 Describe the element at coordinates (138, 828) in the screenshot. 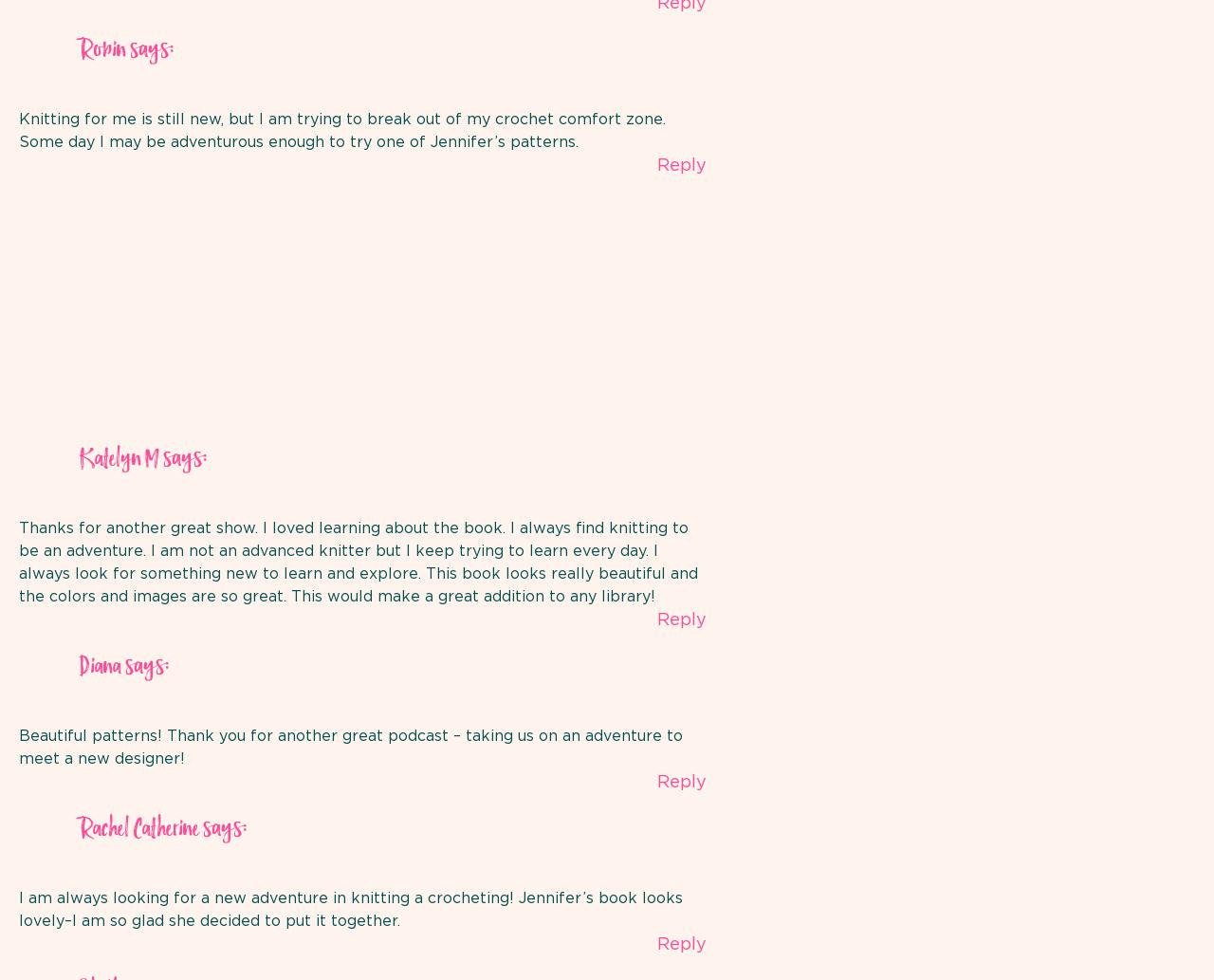

I see `'Rachel Catherine'` at that location.